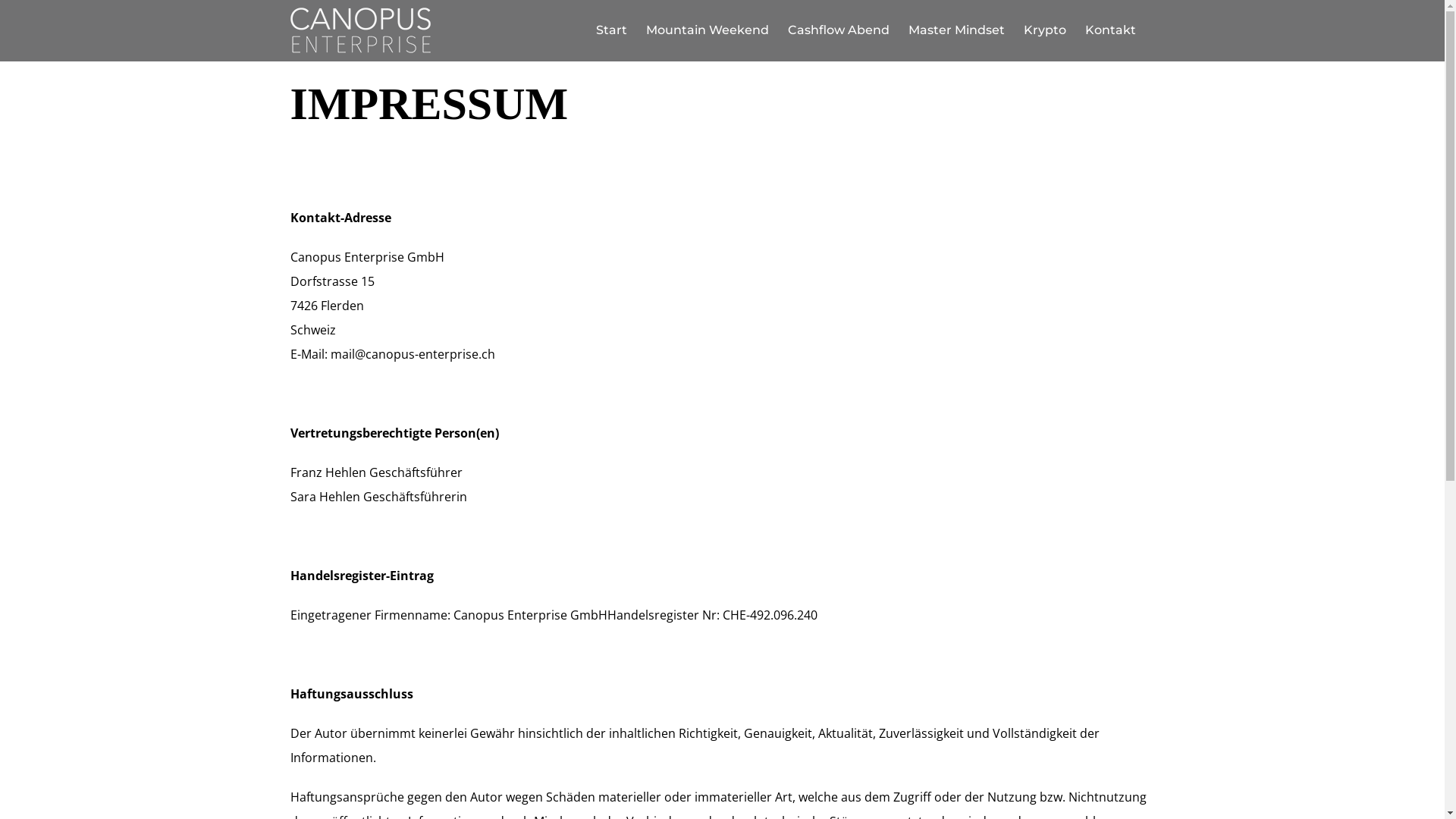 This screenshot has width=1456, height=819. Describe the element at coordinates (1043, 30) in the screenshot. I see `'Krypto'` at that location.